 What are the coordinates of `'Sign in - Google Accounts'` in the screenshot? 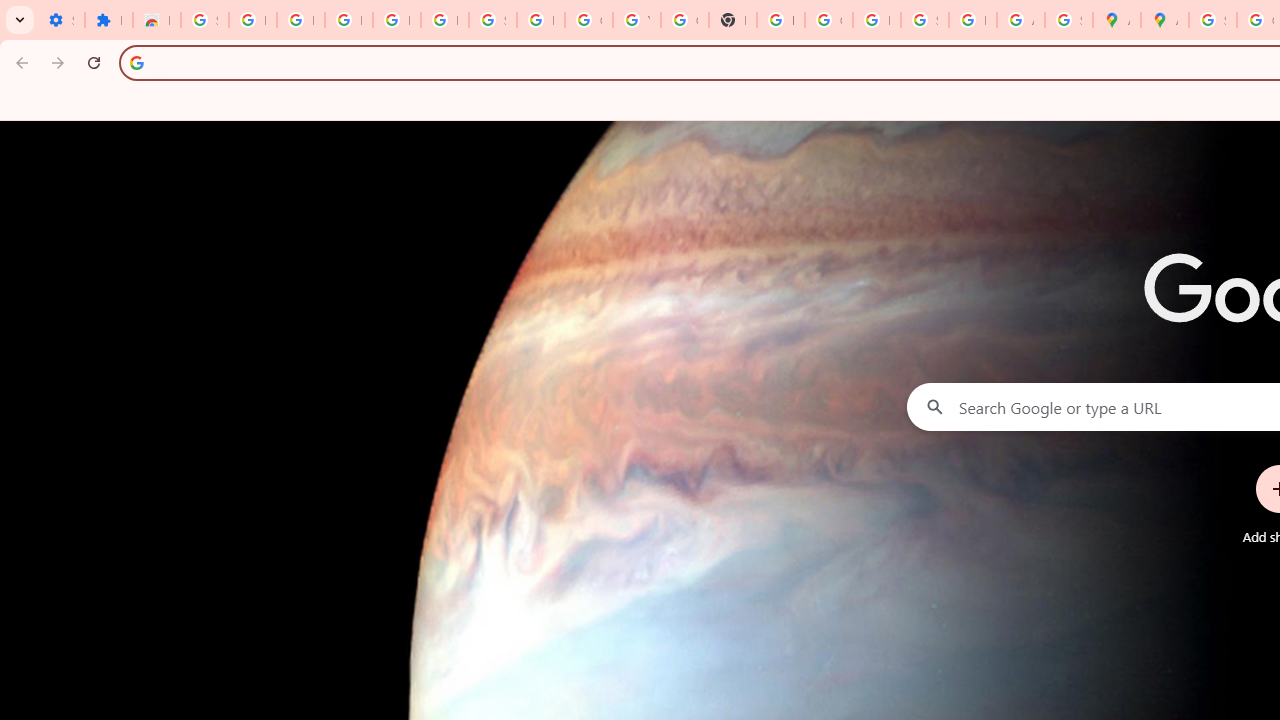 It's located at (204, 20).